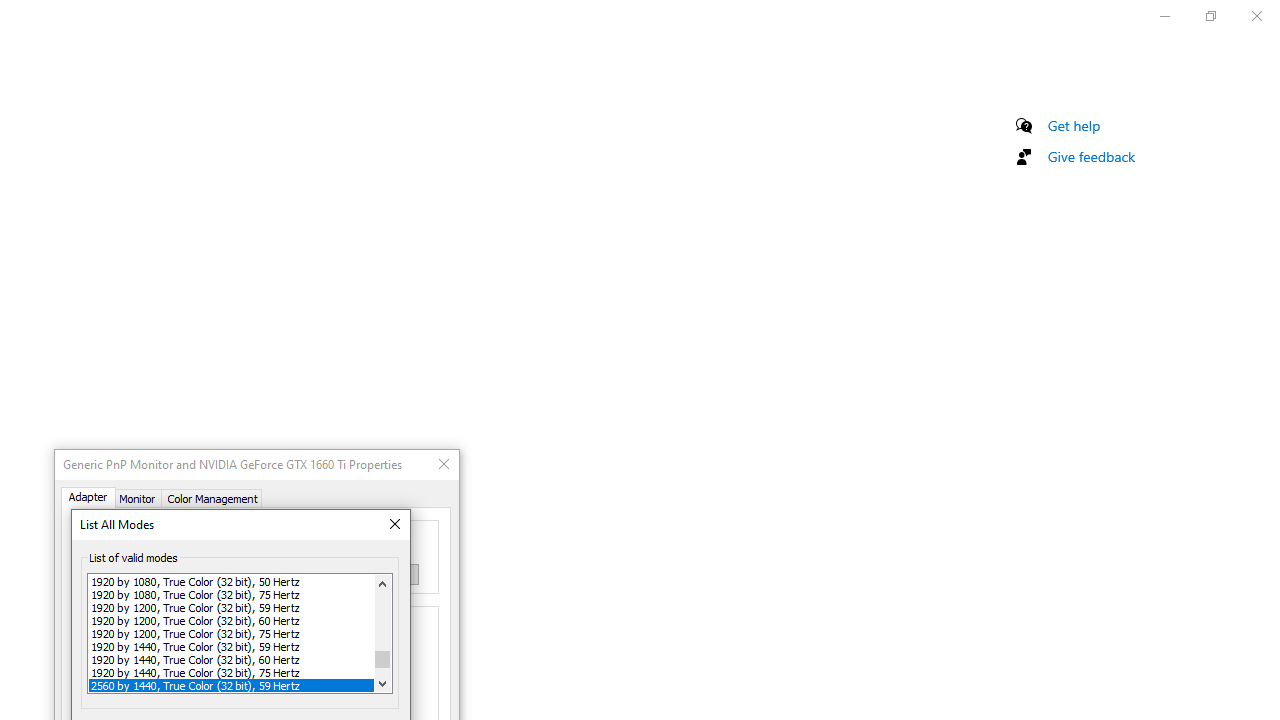 The image size is (1280, 720). I want to click on '2560 by 1440, True Color (32 bit), 59 Hertz', so click(231, 684).